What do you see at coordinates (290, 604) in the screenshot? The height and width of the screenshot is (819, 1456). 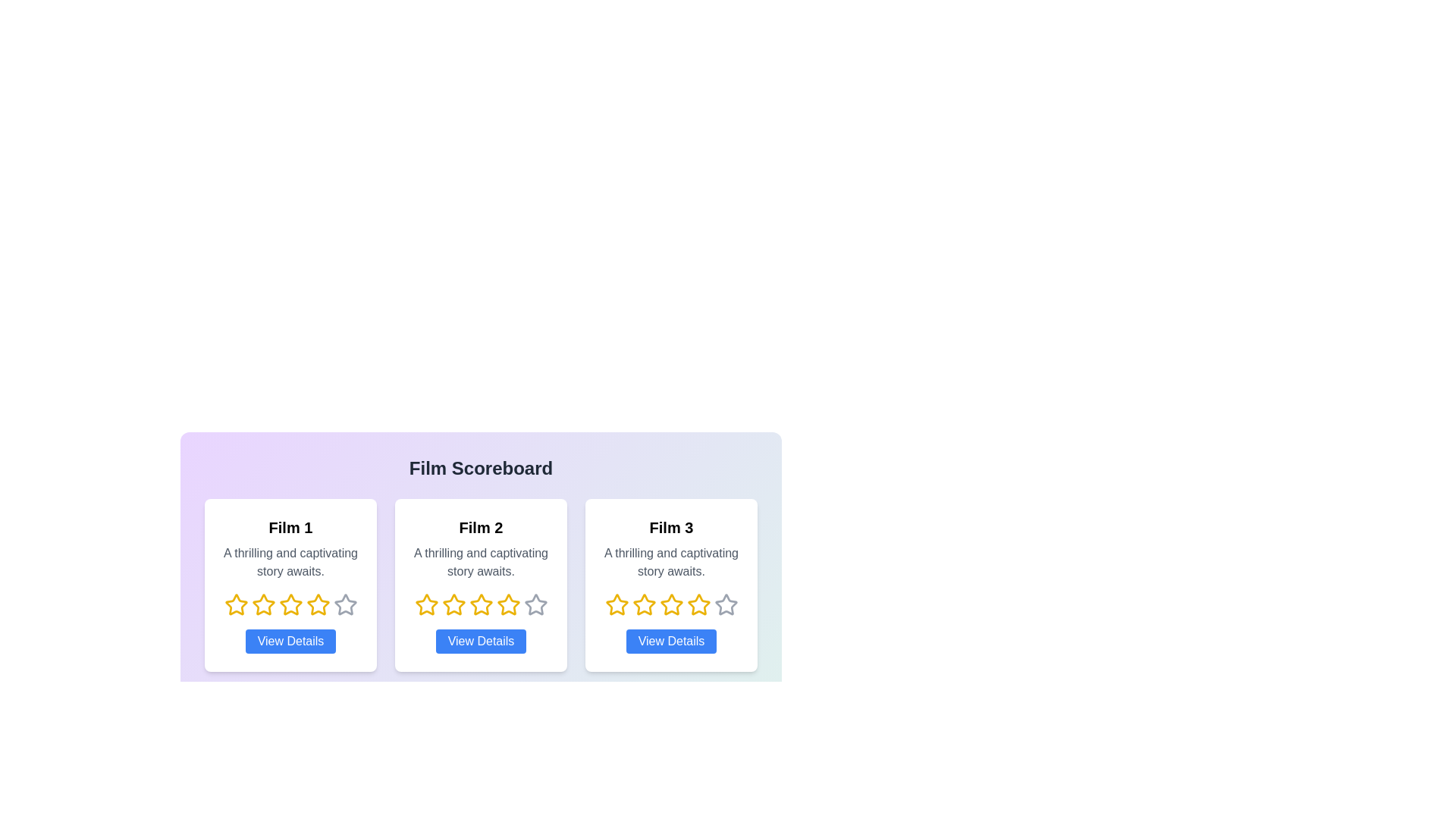 I see `the rating of a film to 3 stars by clicking on the corresponding star` at bounding box center [290, 604].